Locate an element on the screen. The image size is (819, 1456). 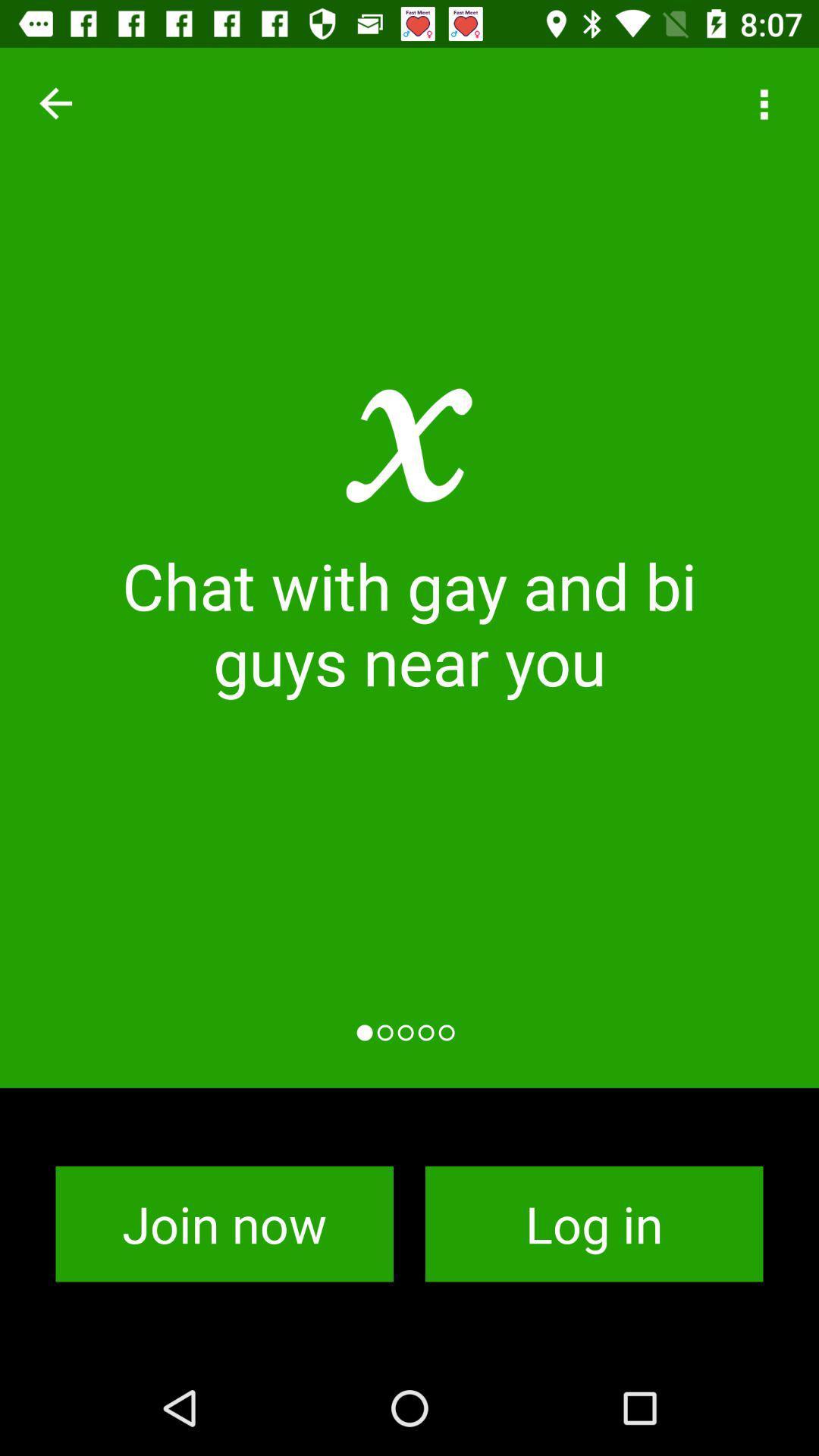
the join now icon is located at coordinates (224, 1224).